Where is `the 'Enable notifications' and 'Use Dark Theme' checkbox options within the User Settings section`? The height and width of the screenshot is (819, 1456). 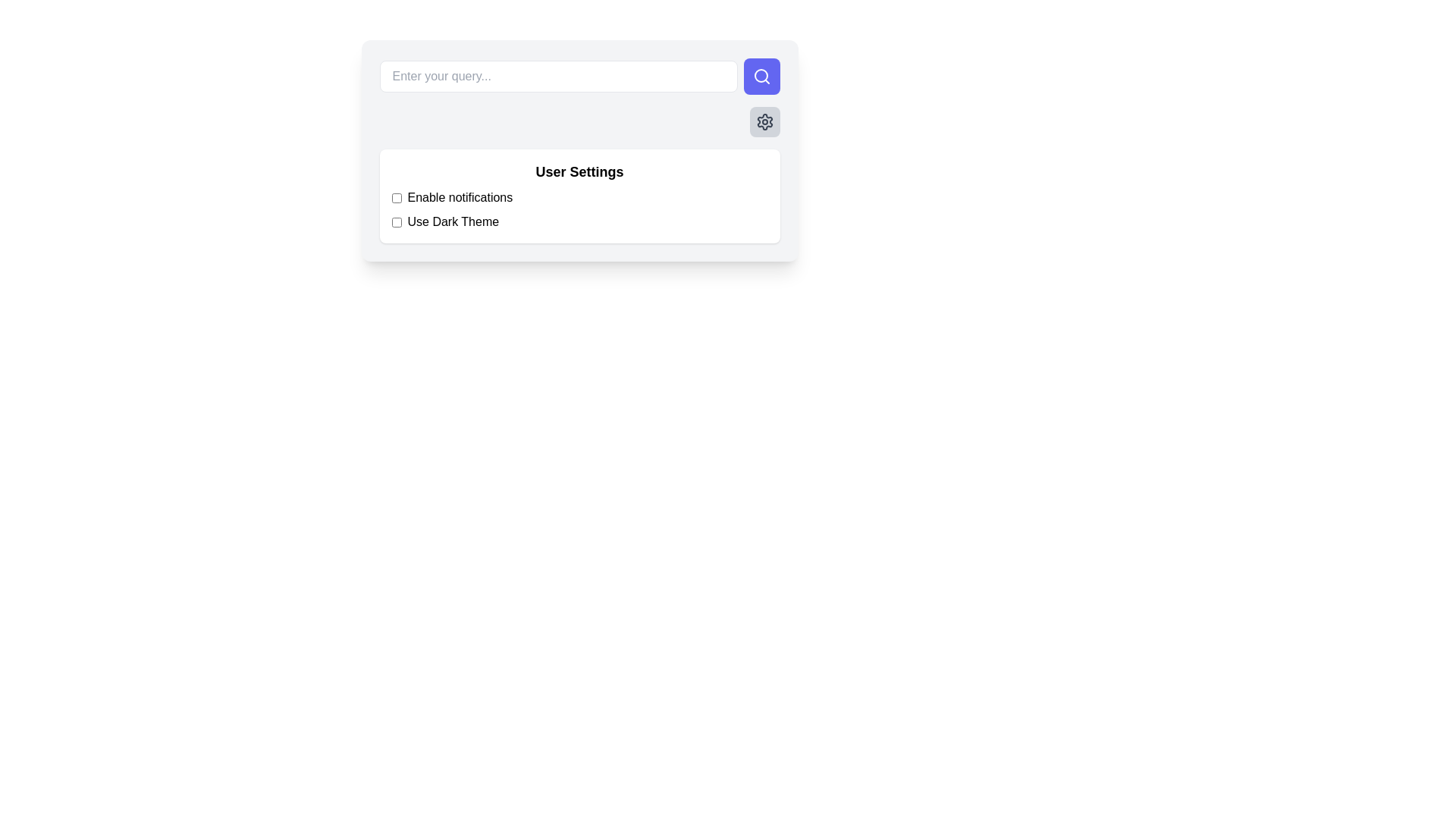
the 'Enable notifications' and 'Use Dark Theme' checkbox options within the User Settings section is located at coordinates (579, 210).